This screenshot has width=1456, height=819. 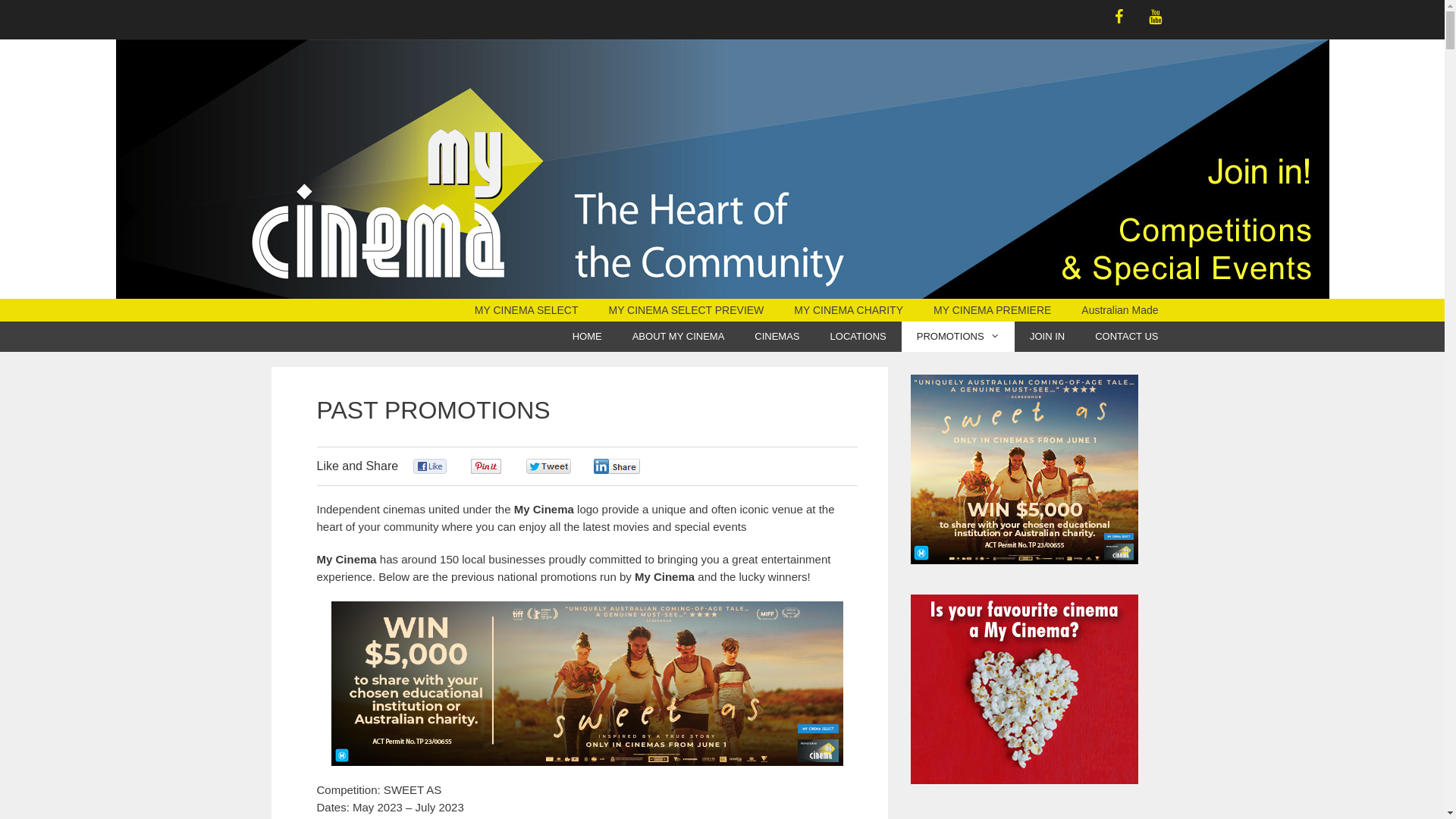 I want to click on 'Facebook', so click(x=1119, y=17).